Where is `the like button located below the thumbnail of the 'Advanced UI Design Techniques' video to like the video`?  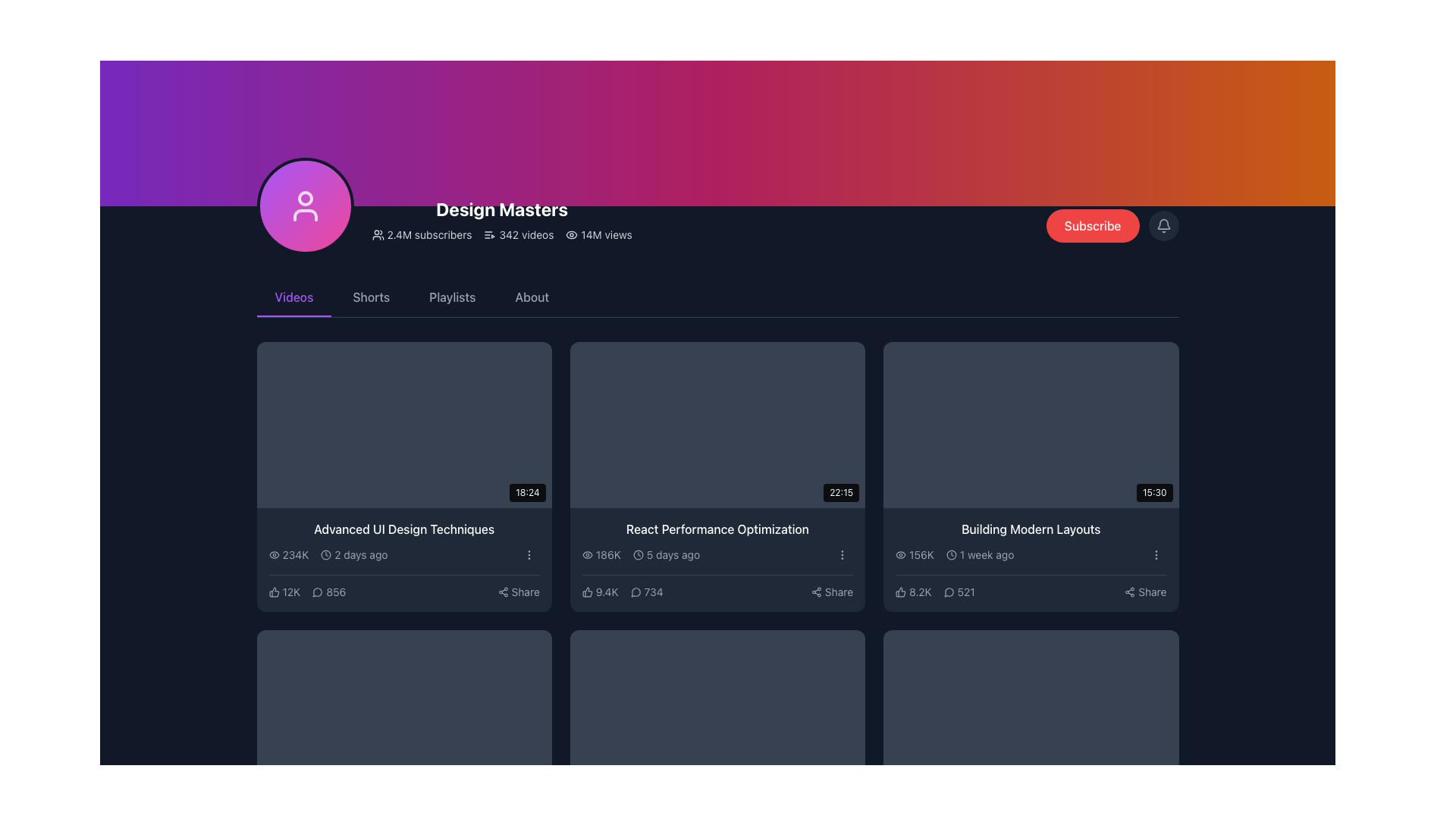
the like button located below the thumbnail of the 'Advanced UI Design Techniques' video to like the video is located at coordinates (284, 591).